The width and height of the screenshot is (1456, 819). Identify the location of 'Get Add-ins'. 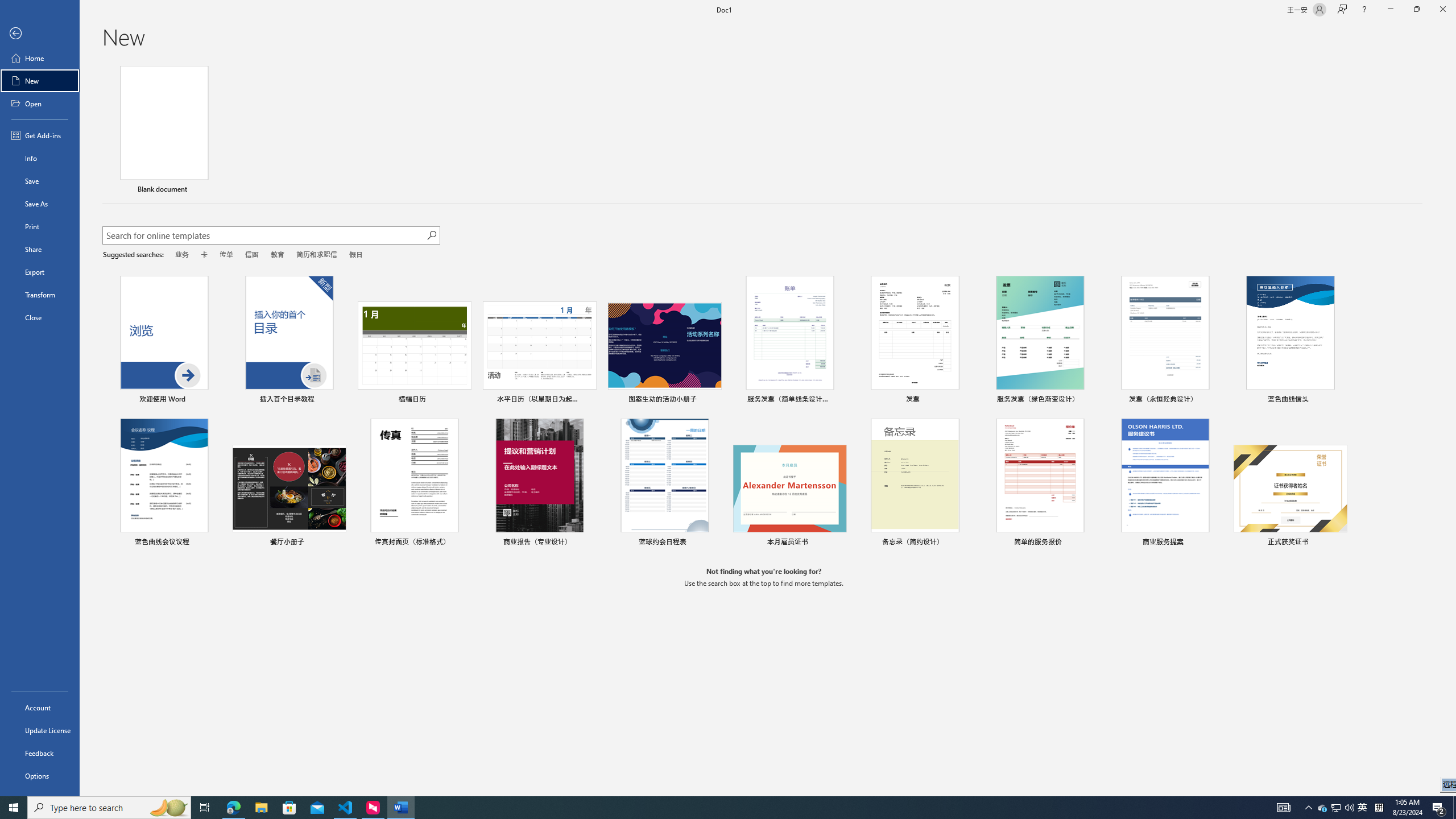
(39, 135).